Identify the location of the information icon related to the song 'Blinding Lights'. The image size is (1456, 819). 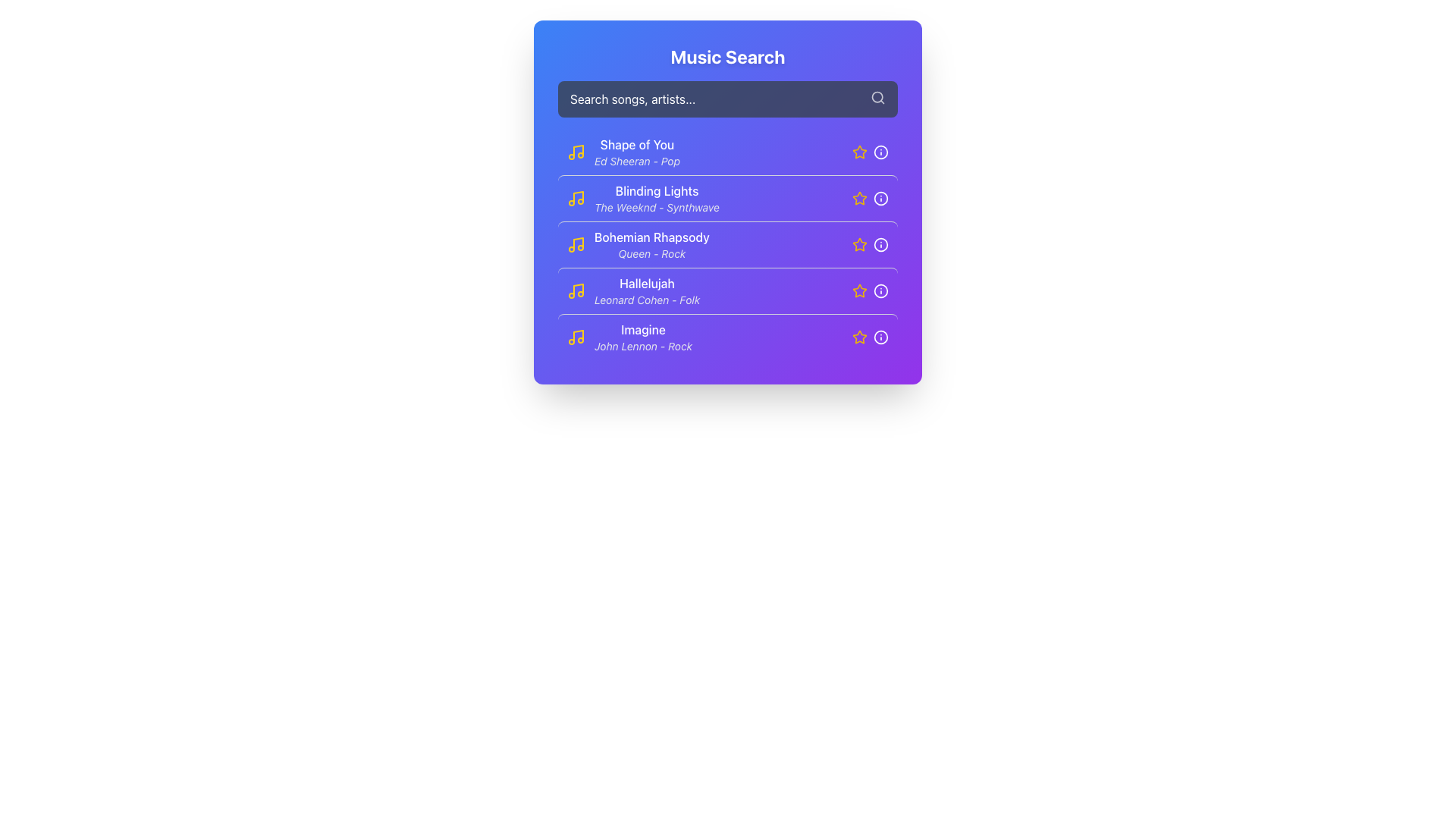
(880, 198).